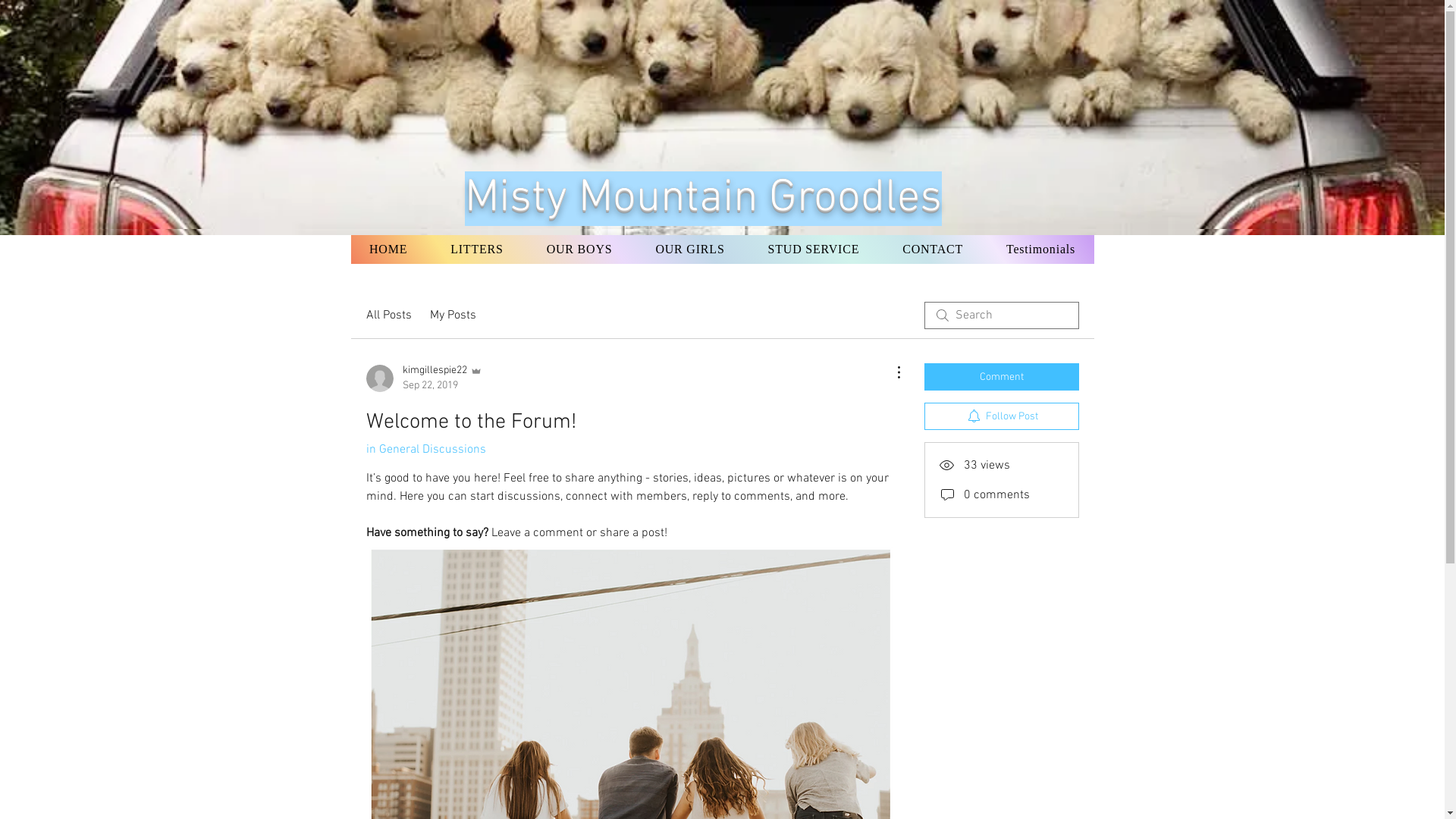 The image size is (1456, 819). I want to click on 'in General Discussions', so click(425, 449).